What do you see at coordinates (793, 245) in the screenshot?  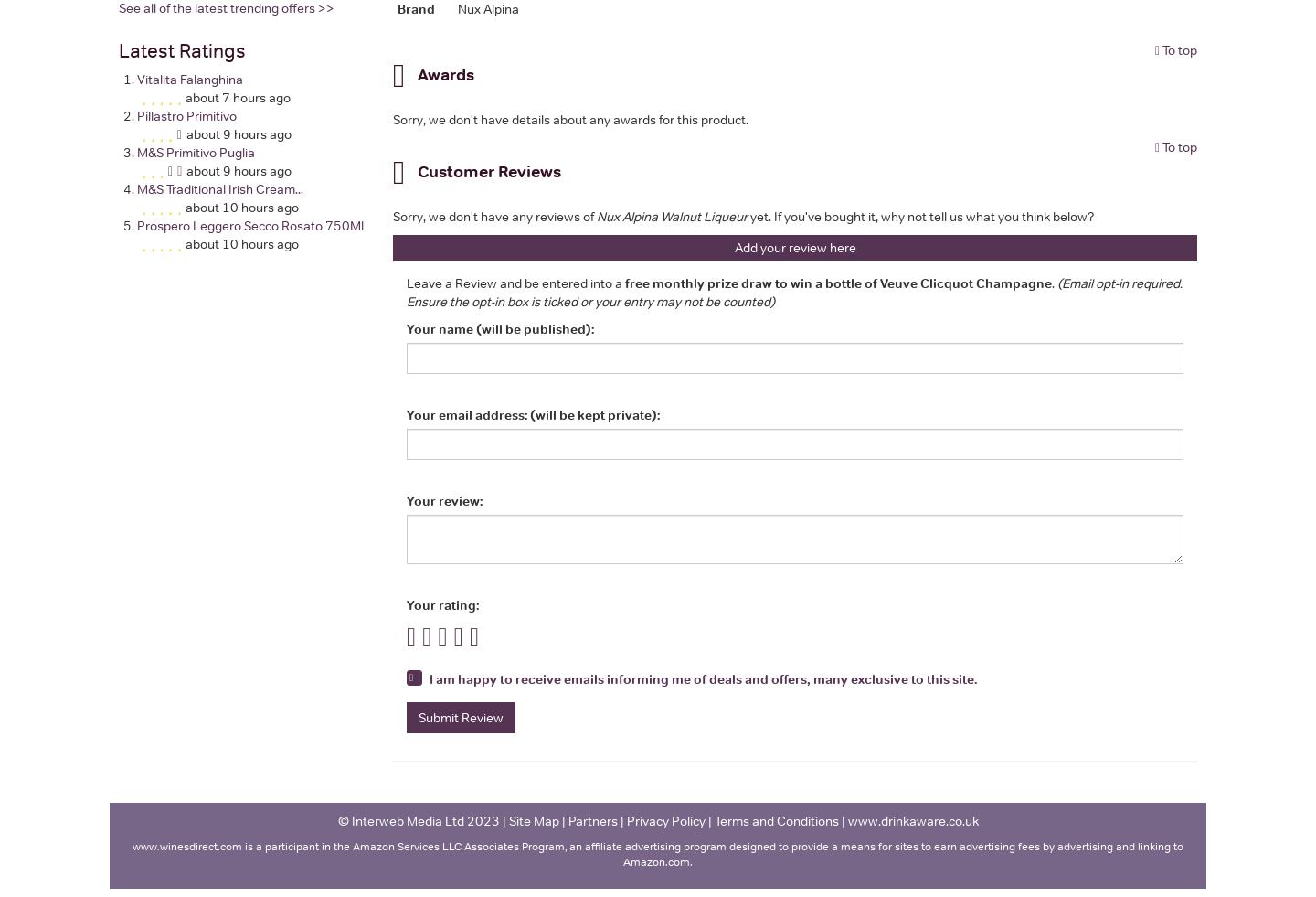 I see `'Add your review here'` at bounding box center [793, 245].